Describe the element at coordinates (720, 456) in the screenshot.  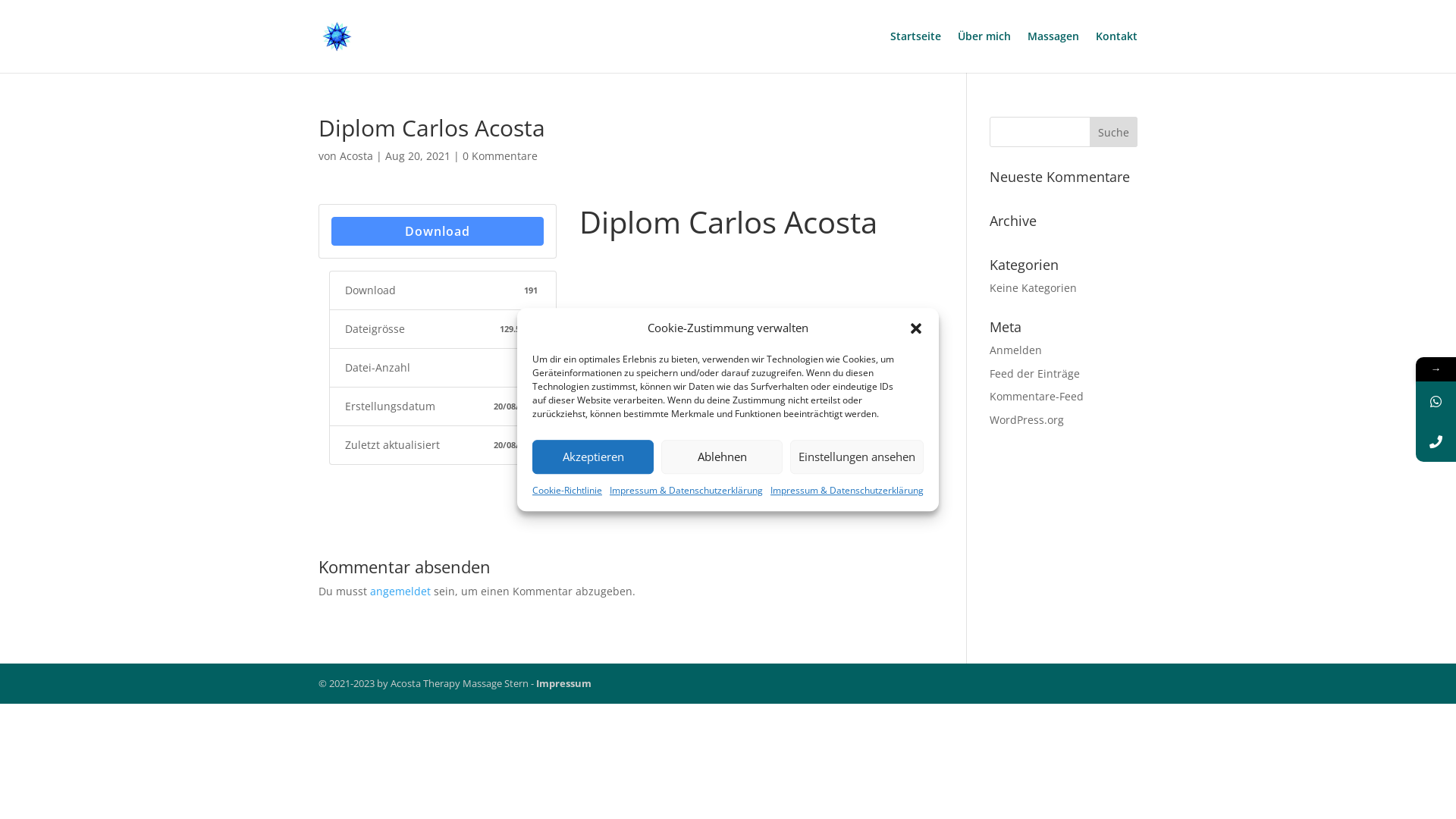
I see `'Ablehnen'` at that location.